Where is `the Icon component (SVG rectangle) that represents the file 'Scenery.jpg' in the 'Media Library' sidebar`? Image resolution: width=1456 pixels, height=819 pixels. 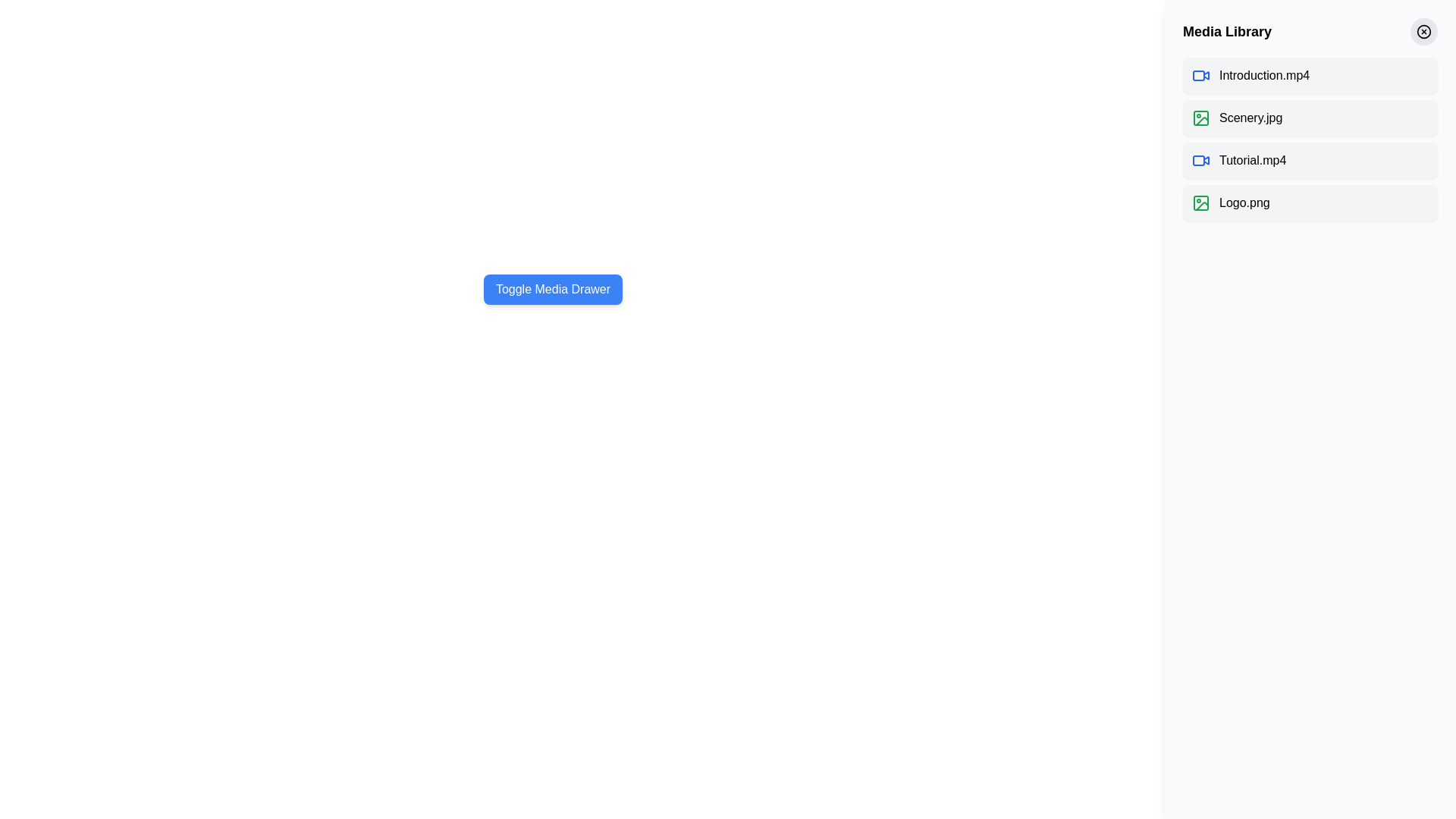
the Icon component (SVG rectangle) that represents the file 'Scenery.jpg' in the 'Media Library' sidebar is located at coordinates (1200, 117).